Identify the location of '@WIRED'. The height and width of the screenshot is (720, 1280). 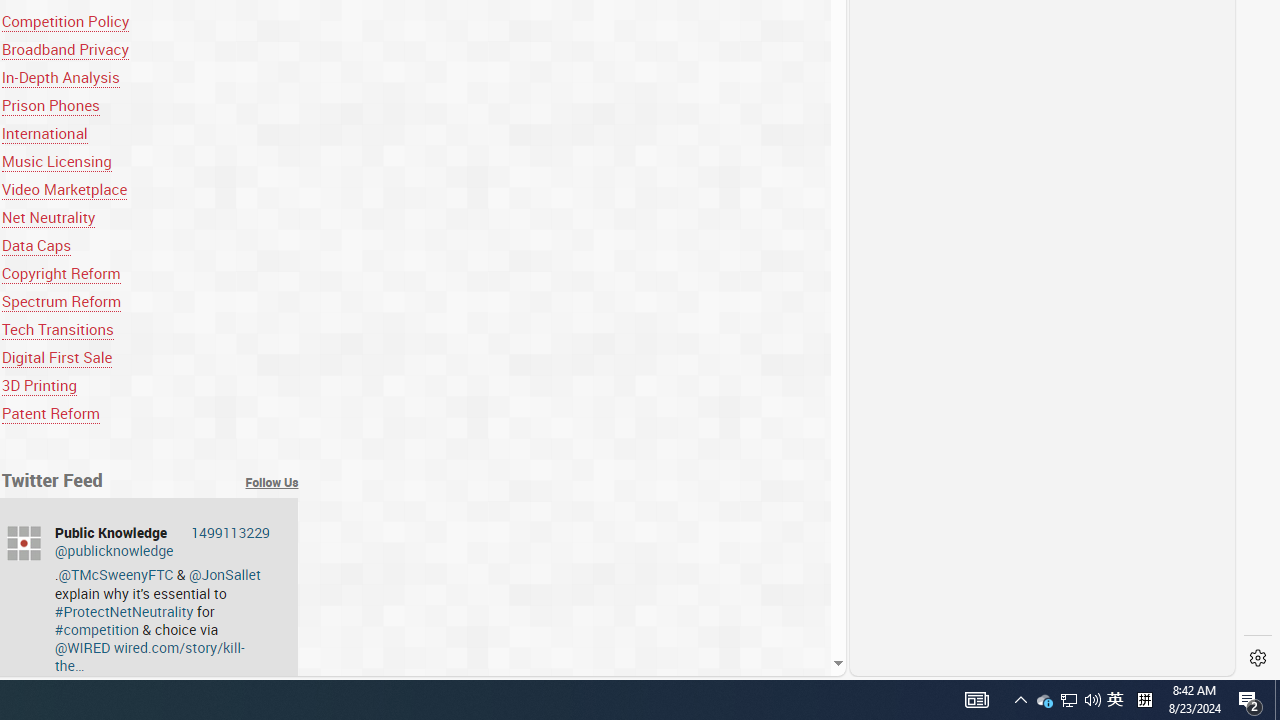
(81, 648).